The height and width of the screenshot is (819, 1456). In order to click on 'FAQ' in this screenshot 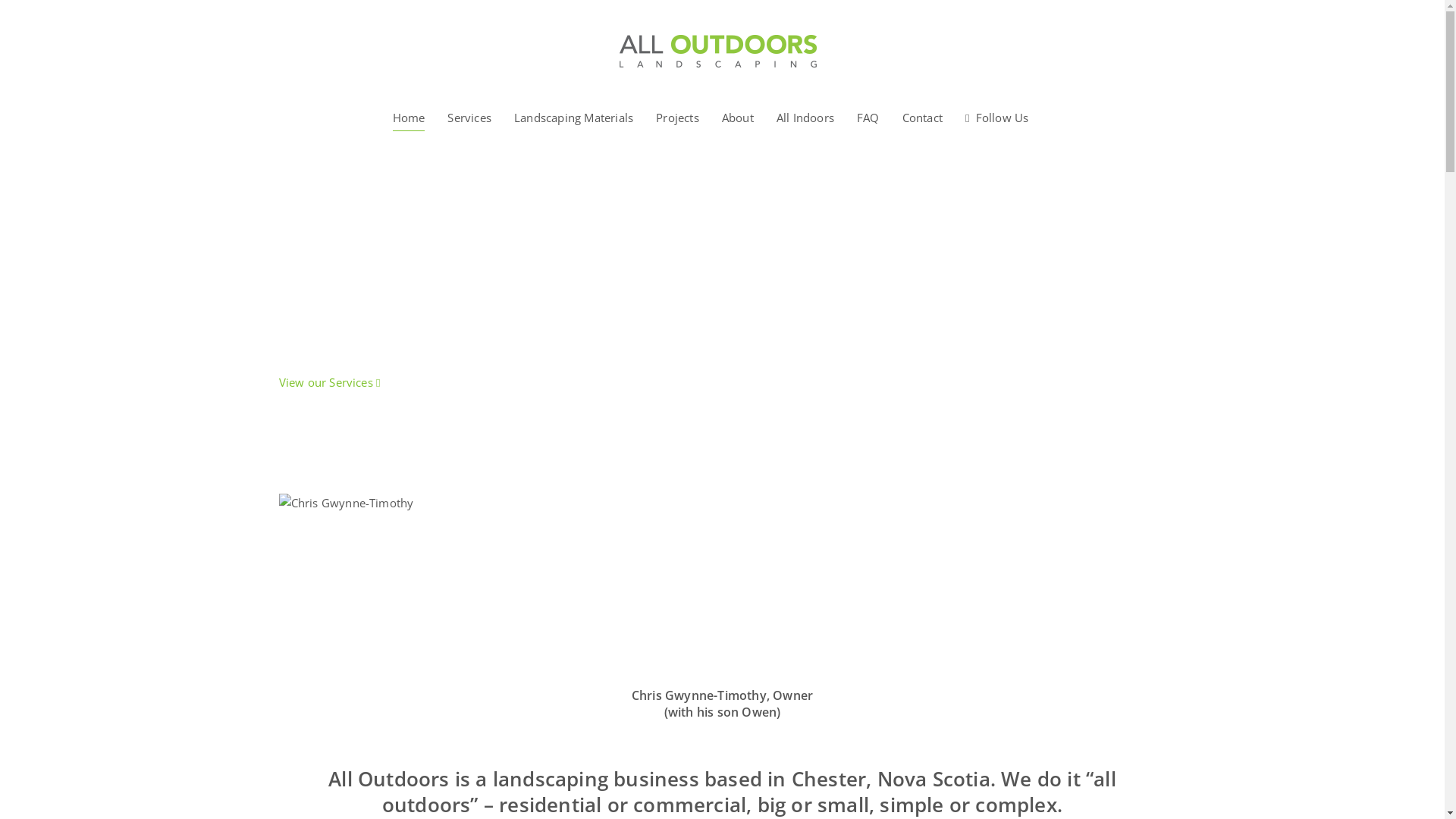, I will do `click(856, 116)`.